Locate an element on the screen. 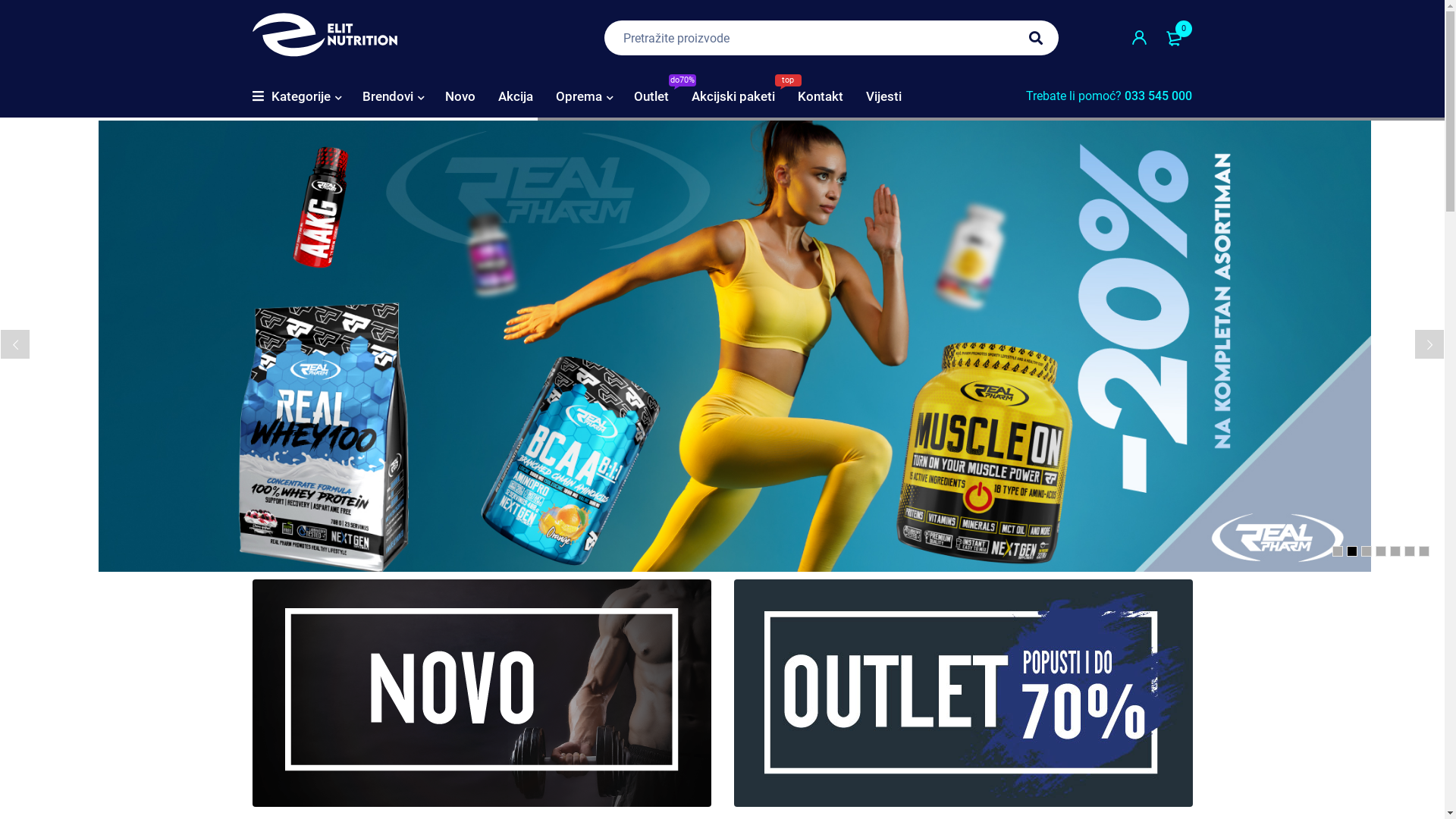 The width and height of the screenshot is (1456, 819). 'Akcija' is located at coordinates (497, 96).